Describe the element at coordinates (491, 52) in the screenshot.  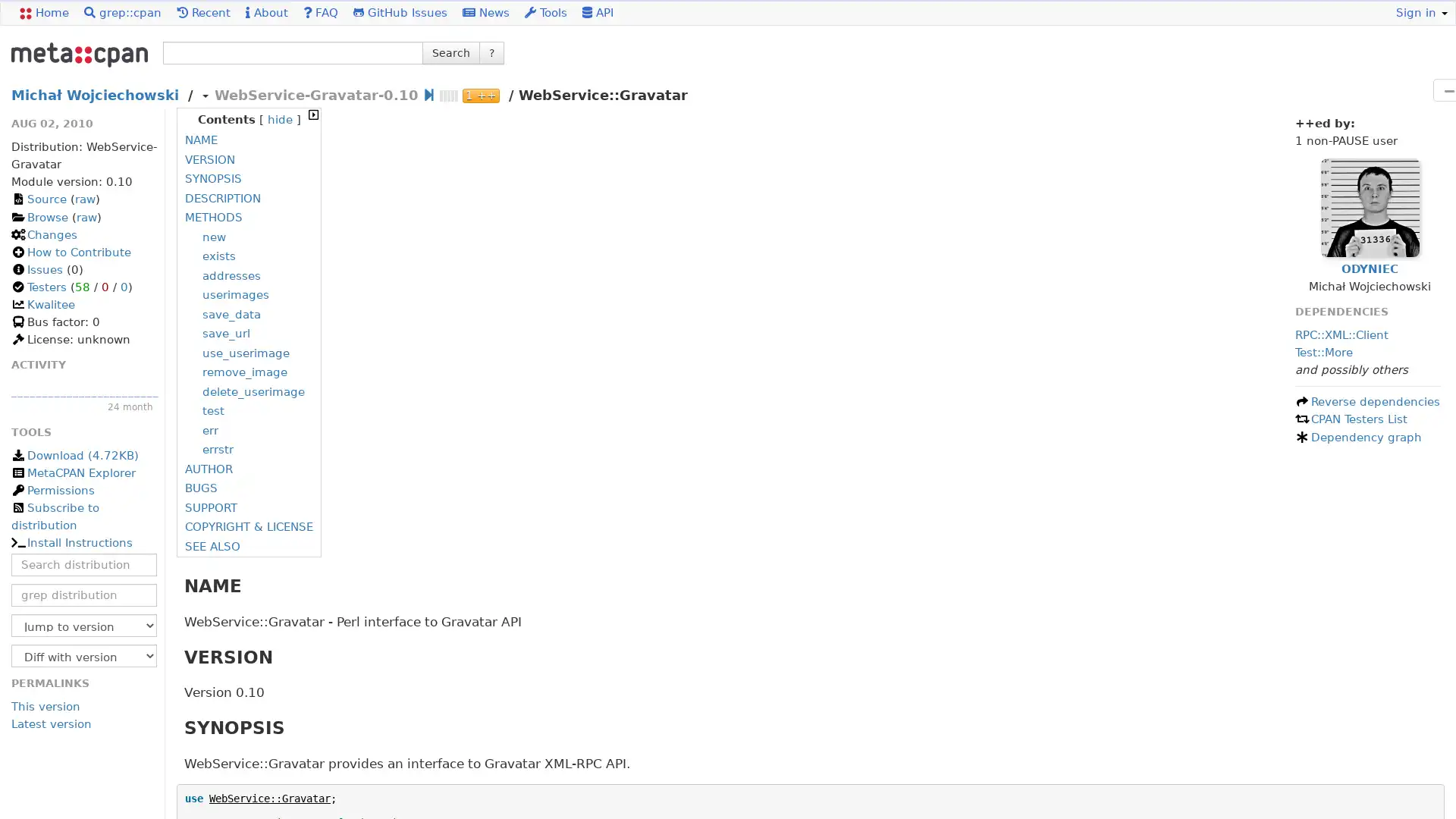
I see `?` at that location.